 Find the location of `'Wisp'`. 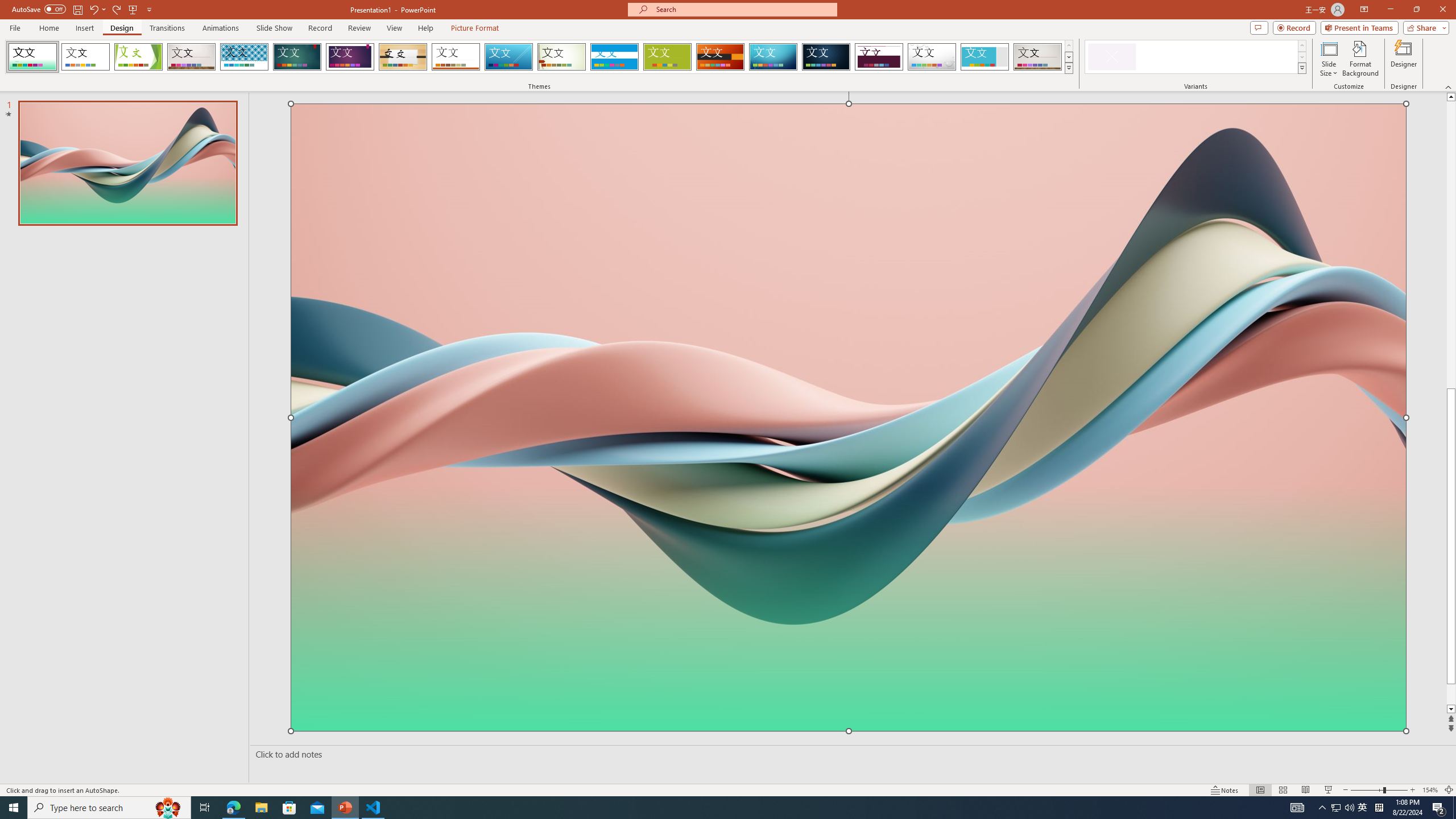

'Wisp' is located at coordinates (561, 56).